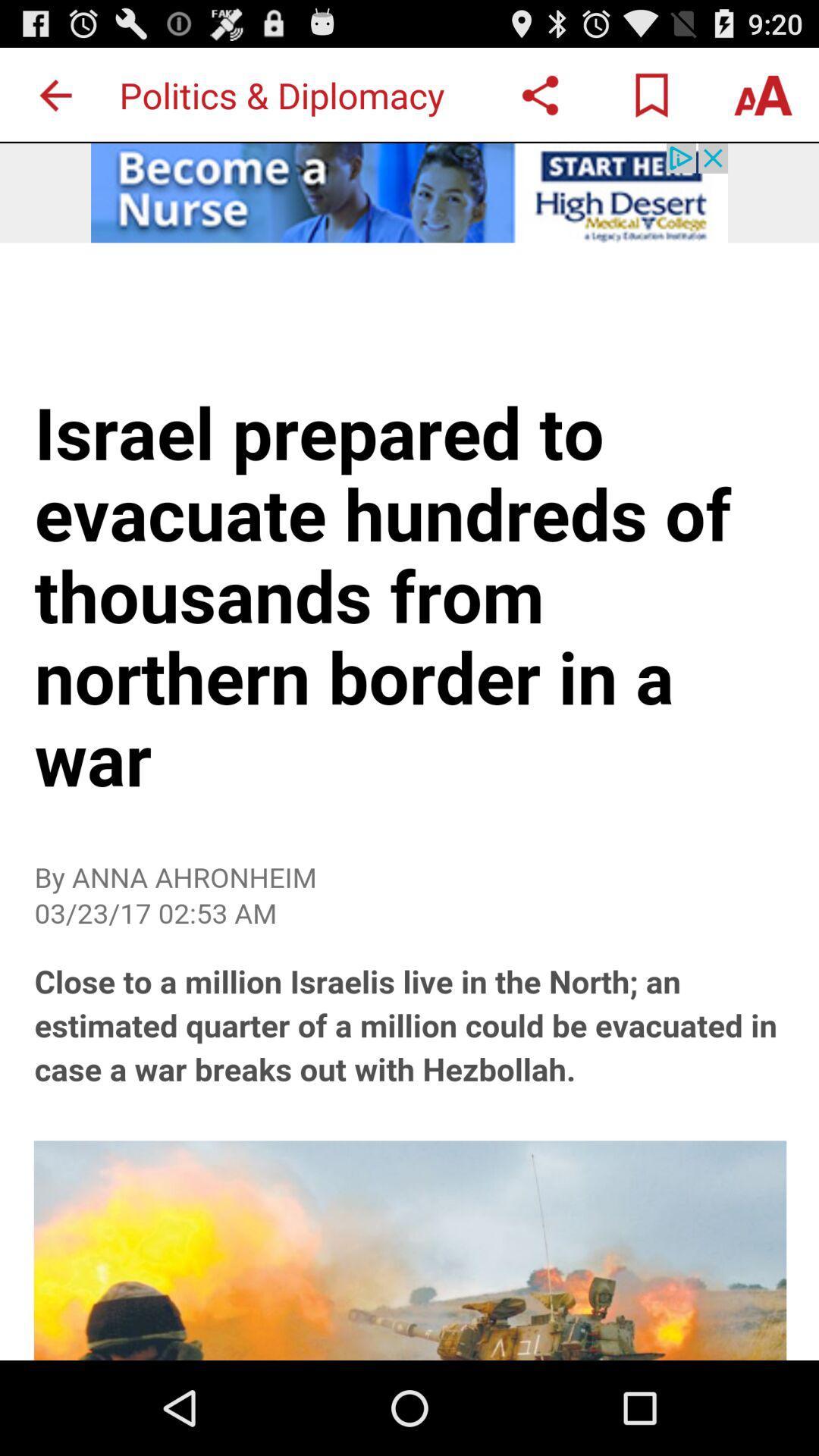 The height and width of the screenshot is (1456, 819). Describe the element at coordinates (763, 94) in the screenshot. I see `change text` at that location.